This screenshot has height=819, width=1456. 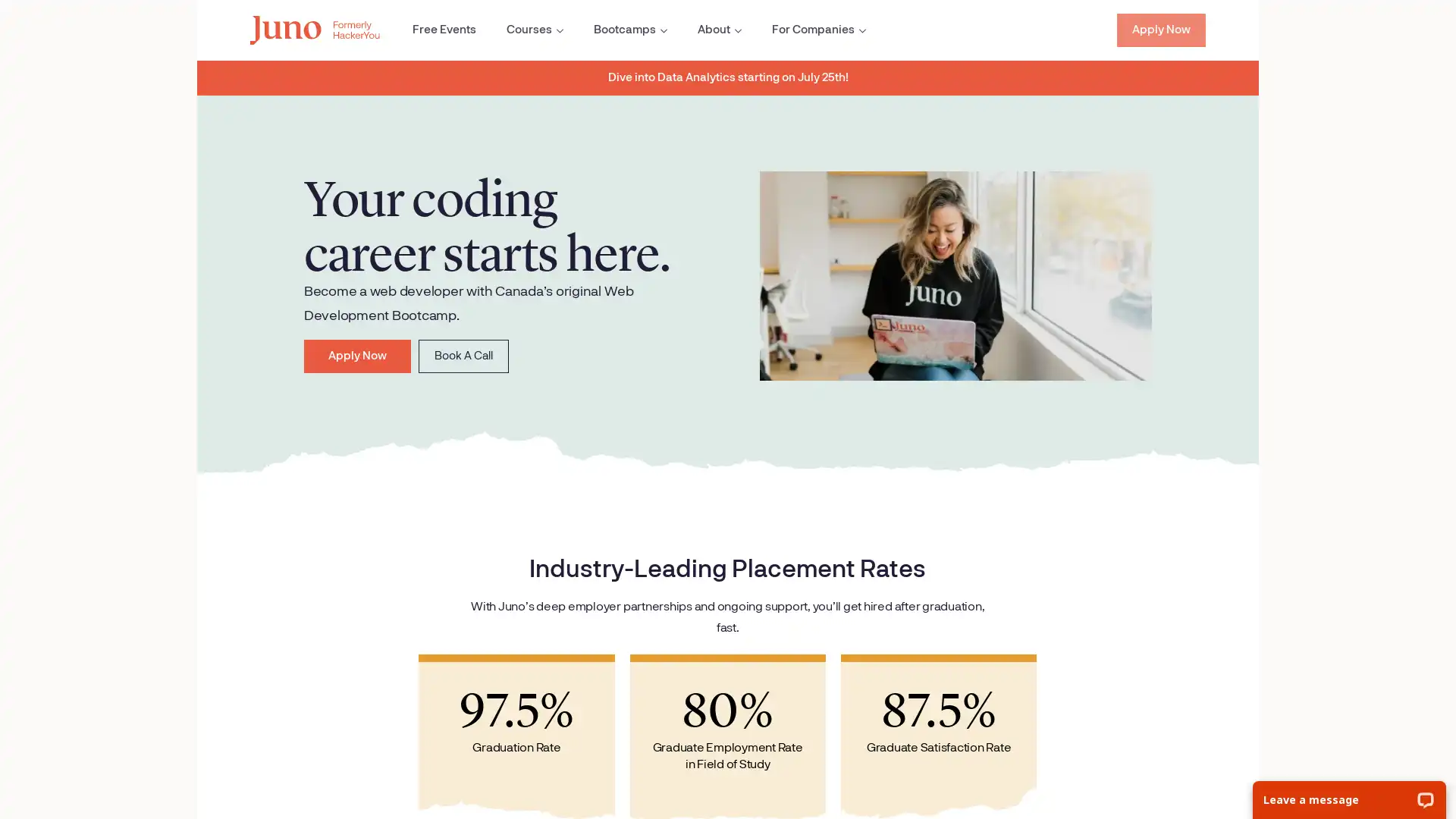 What do you see at coordinates (705, 30) in the screenshot?
I see `Open the About sub menu.` at bounding box center [705, 30].